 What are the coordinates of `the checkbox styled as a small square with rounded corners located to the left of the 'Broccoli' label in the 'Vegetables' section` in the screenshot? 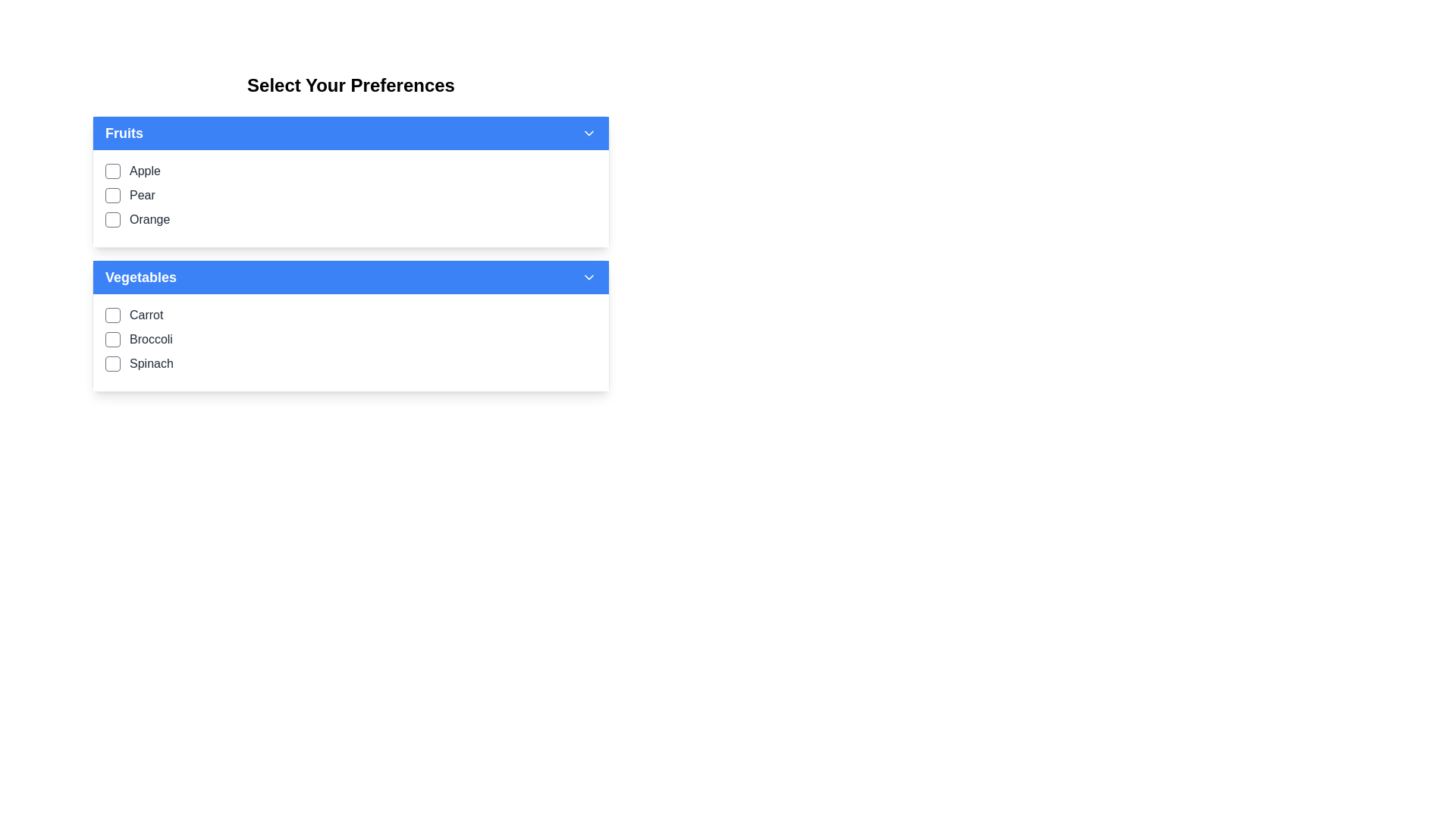 It's located at (111, 338).